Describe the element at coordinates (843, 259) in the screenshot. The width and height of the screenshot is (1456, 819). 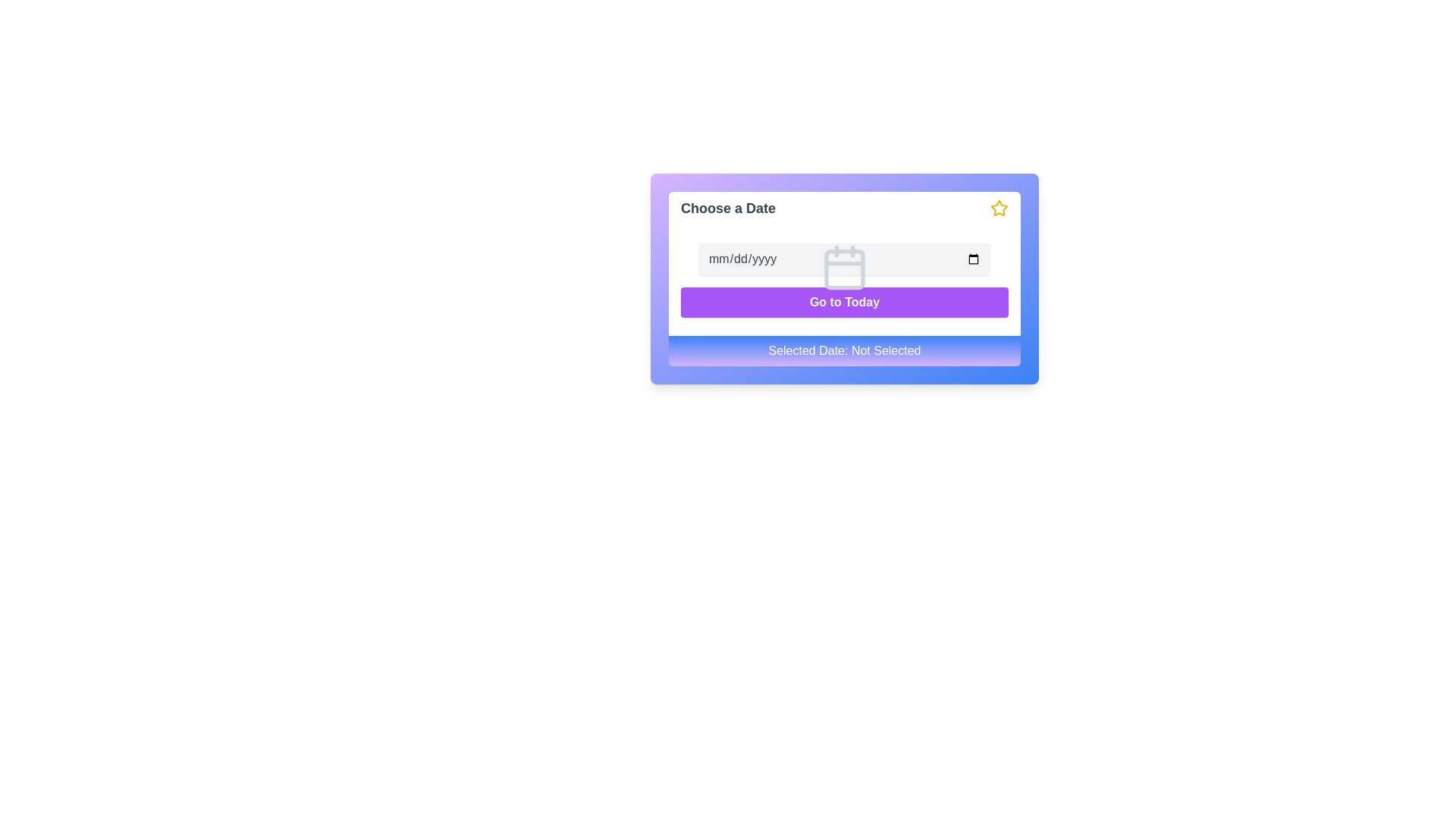
I see `the date picker input field located in the 'Choose a Date' panel to input a date` at that location.